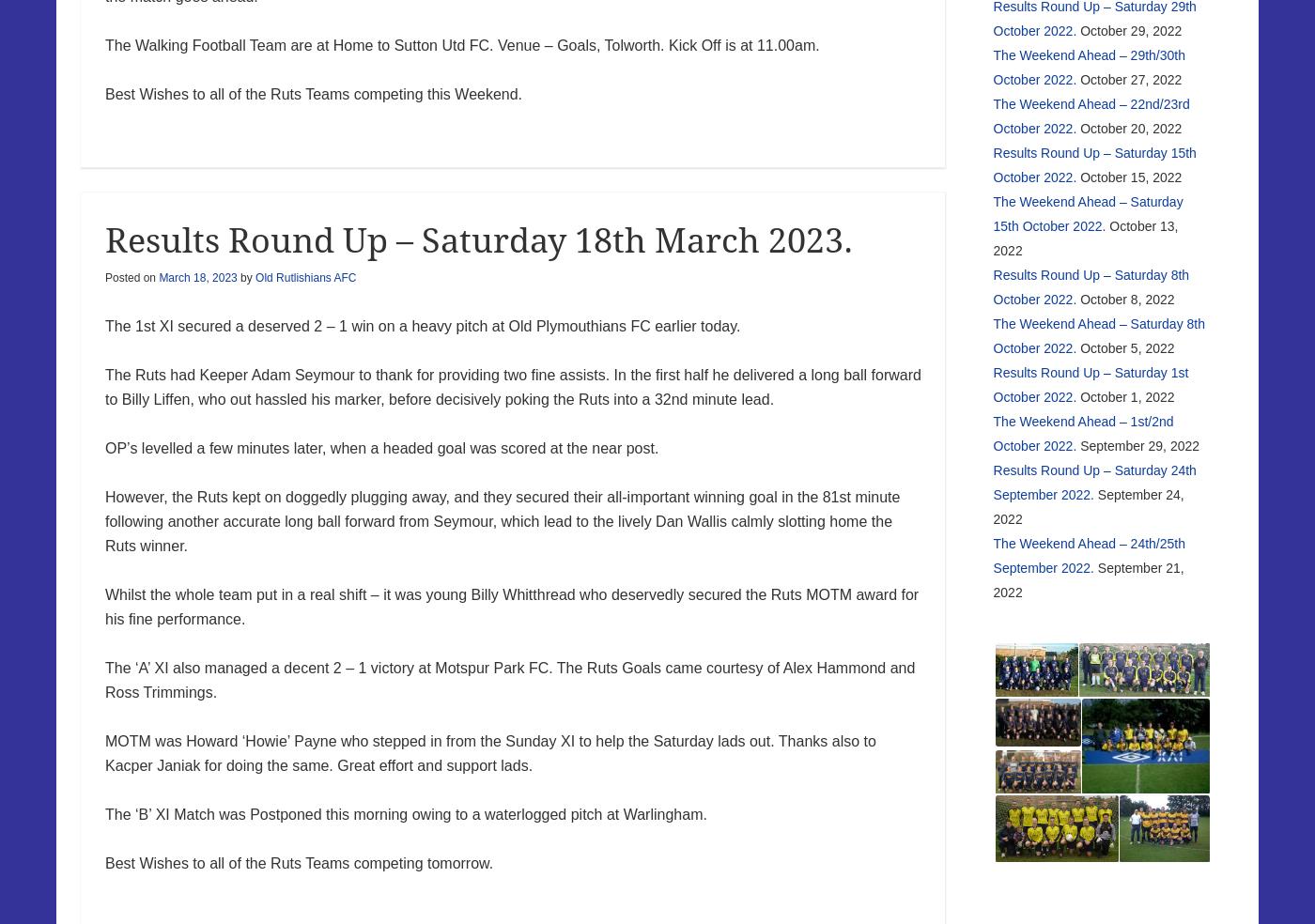 This screenshot has width=1315, height=924. Describe the element at coordinates (1089, 66) in the screenshot. I see `'The Weekend Ahead – 29th/30th October 2022.'` at that location.